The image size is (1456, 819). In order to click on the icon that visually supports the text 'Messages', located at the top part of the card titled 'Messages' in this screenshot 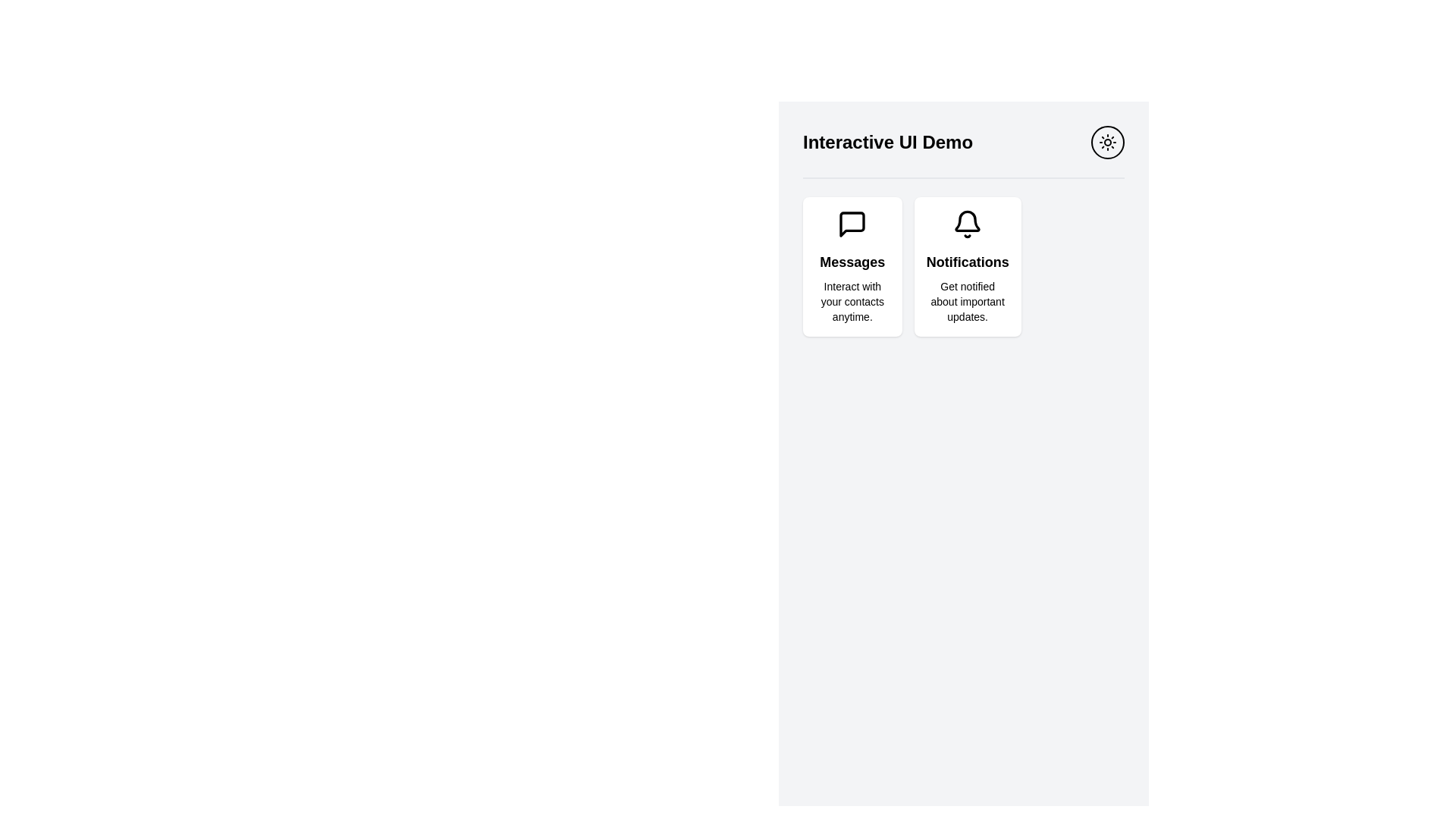, I will do `click(852, 224)`.